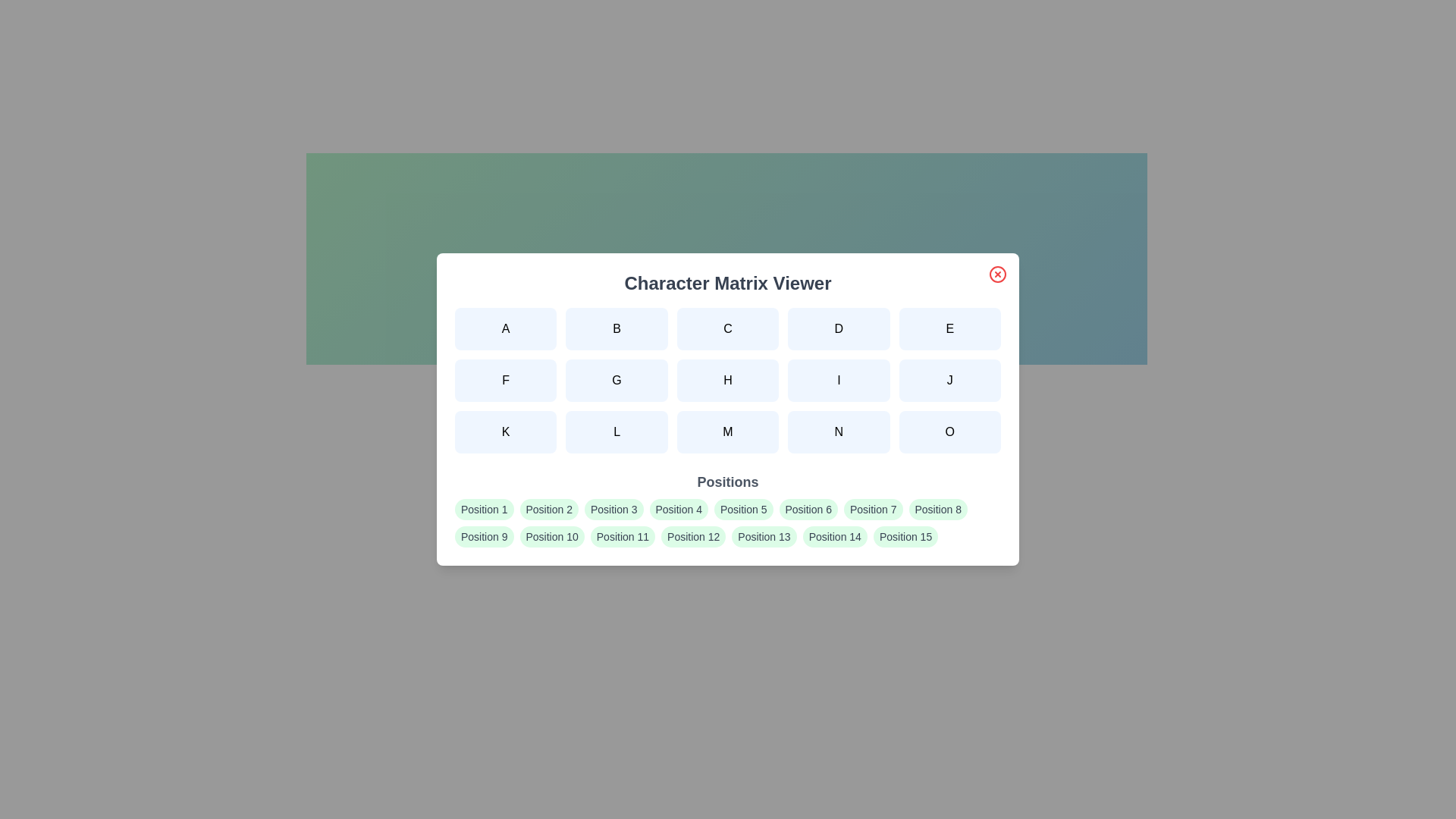 The image size is (1456, 819). What do you see at coordinates (616, 328) in the screenshot?
I see `the character button labeled B` at bounding box center [616, 328].